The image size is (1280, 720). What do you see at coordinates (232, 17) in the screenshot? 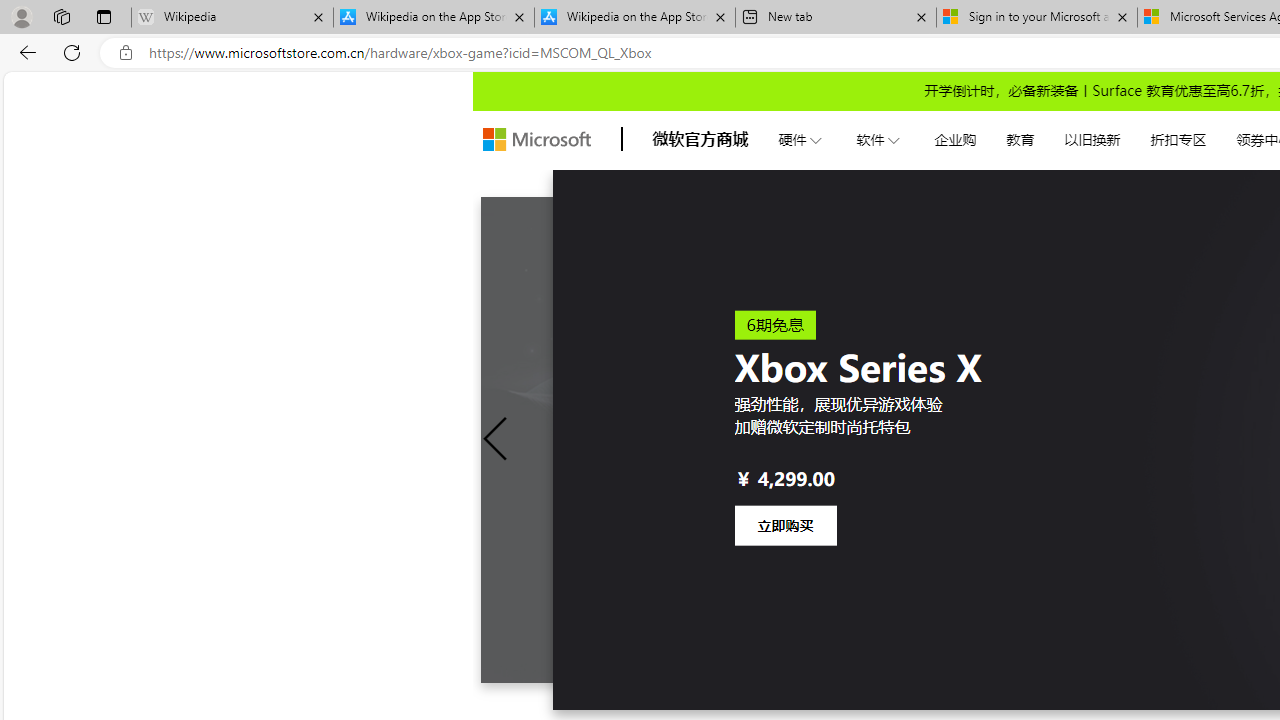
I see `'Wikipedia - Sleeping'` at bounding box center [232, 17].